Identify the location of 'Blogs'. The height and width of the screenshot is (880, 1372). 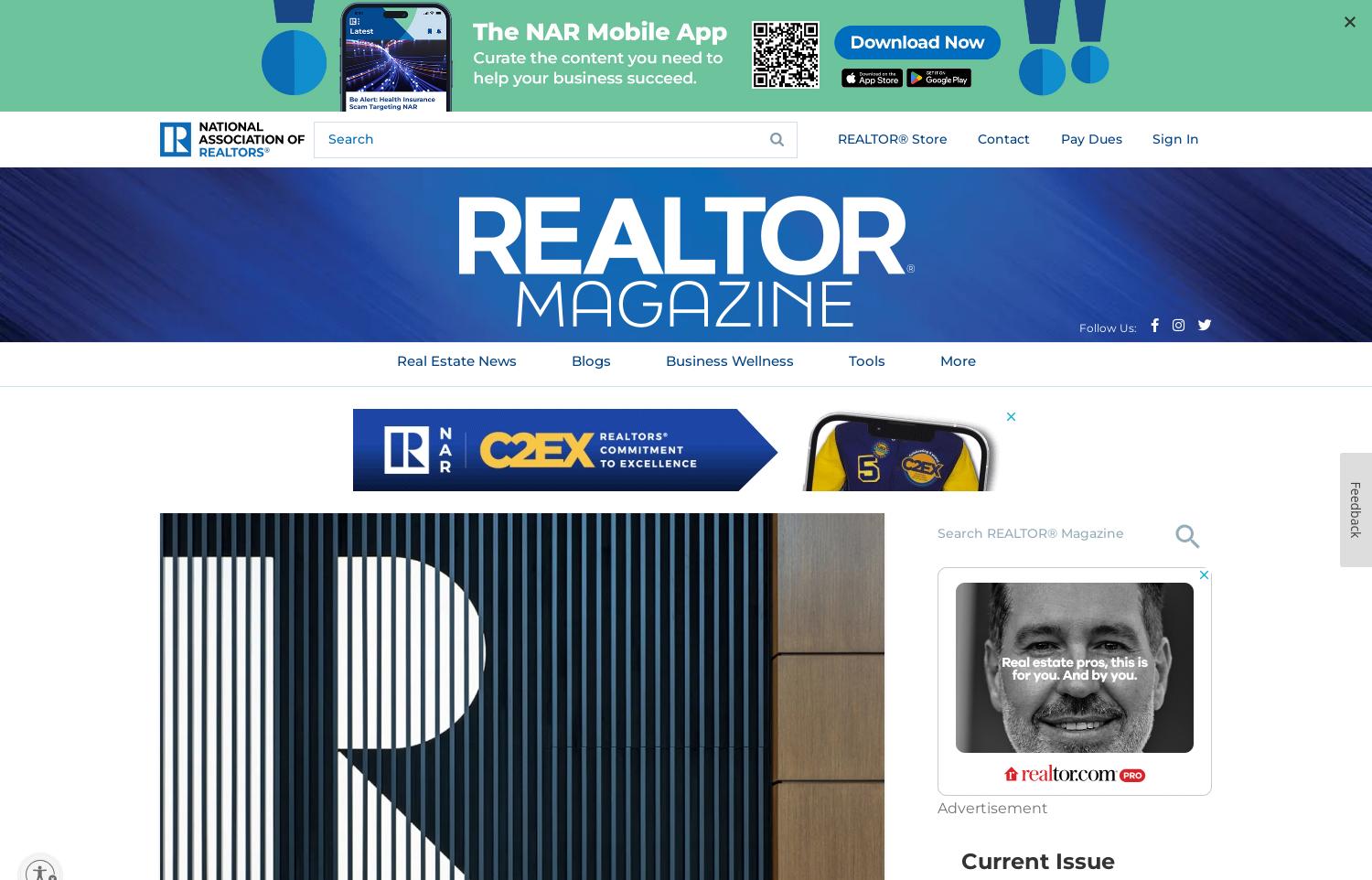
(590, 359).